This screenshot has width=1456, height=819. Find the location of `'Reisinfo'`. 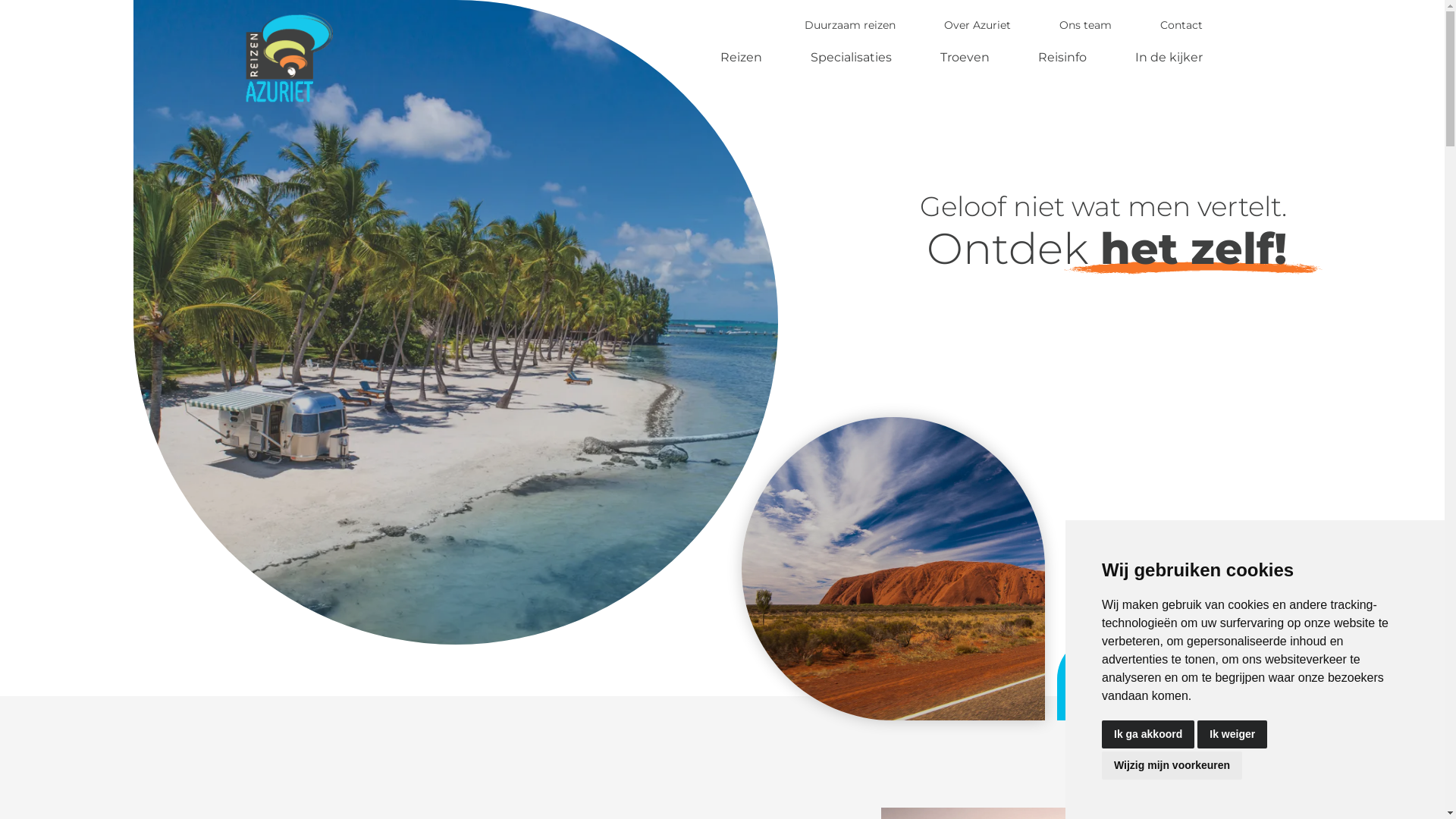

'Reisinfo' is located at coordinates (1062, 56).